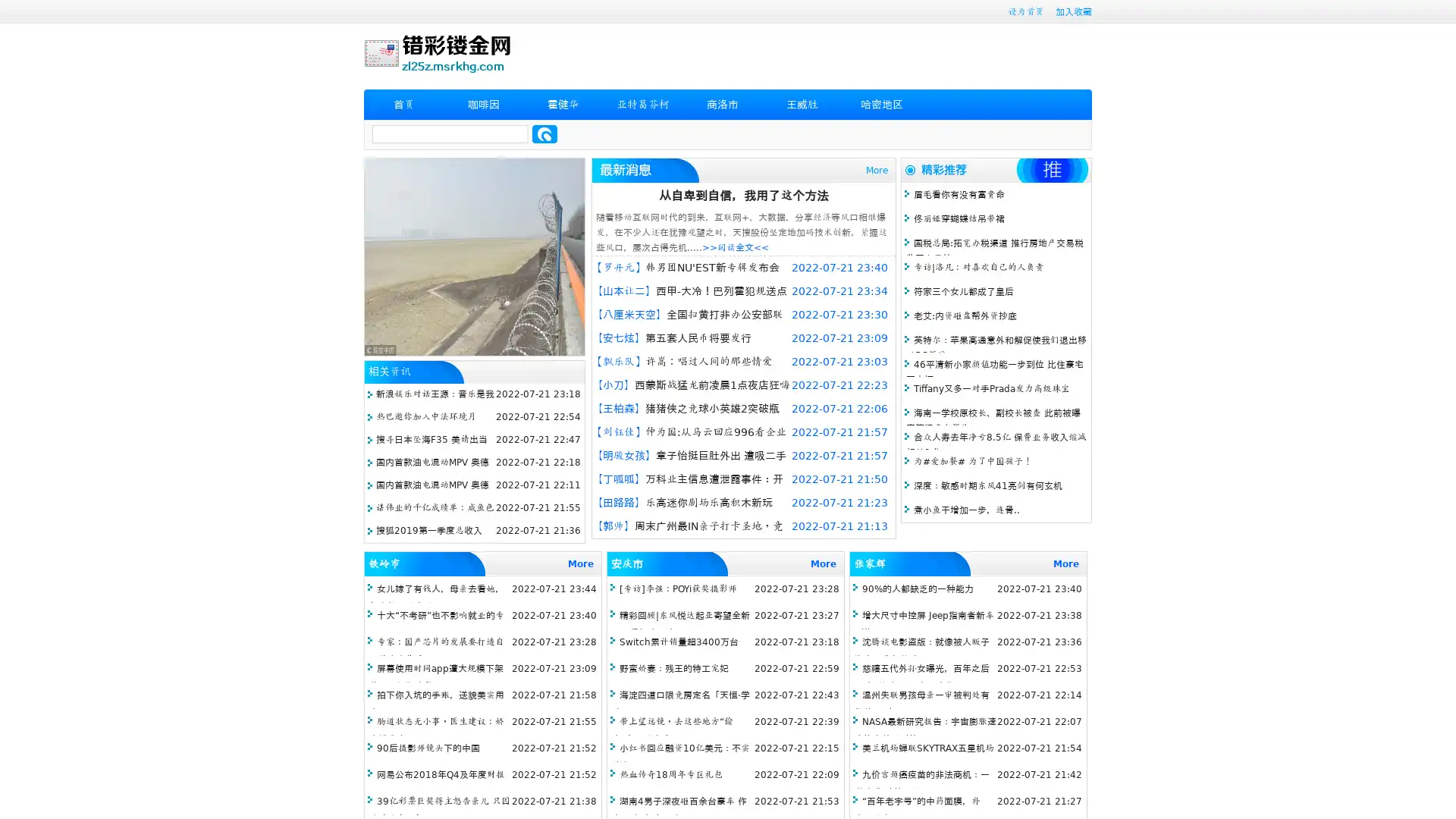  I want to click on Search, so click(544, 133).